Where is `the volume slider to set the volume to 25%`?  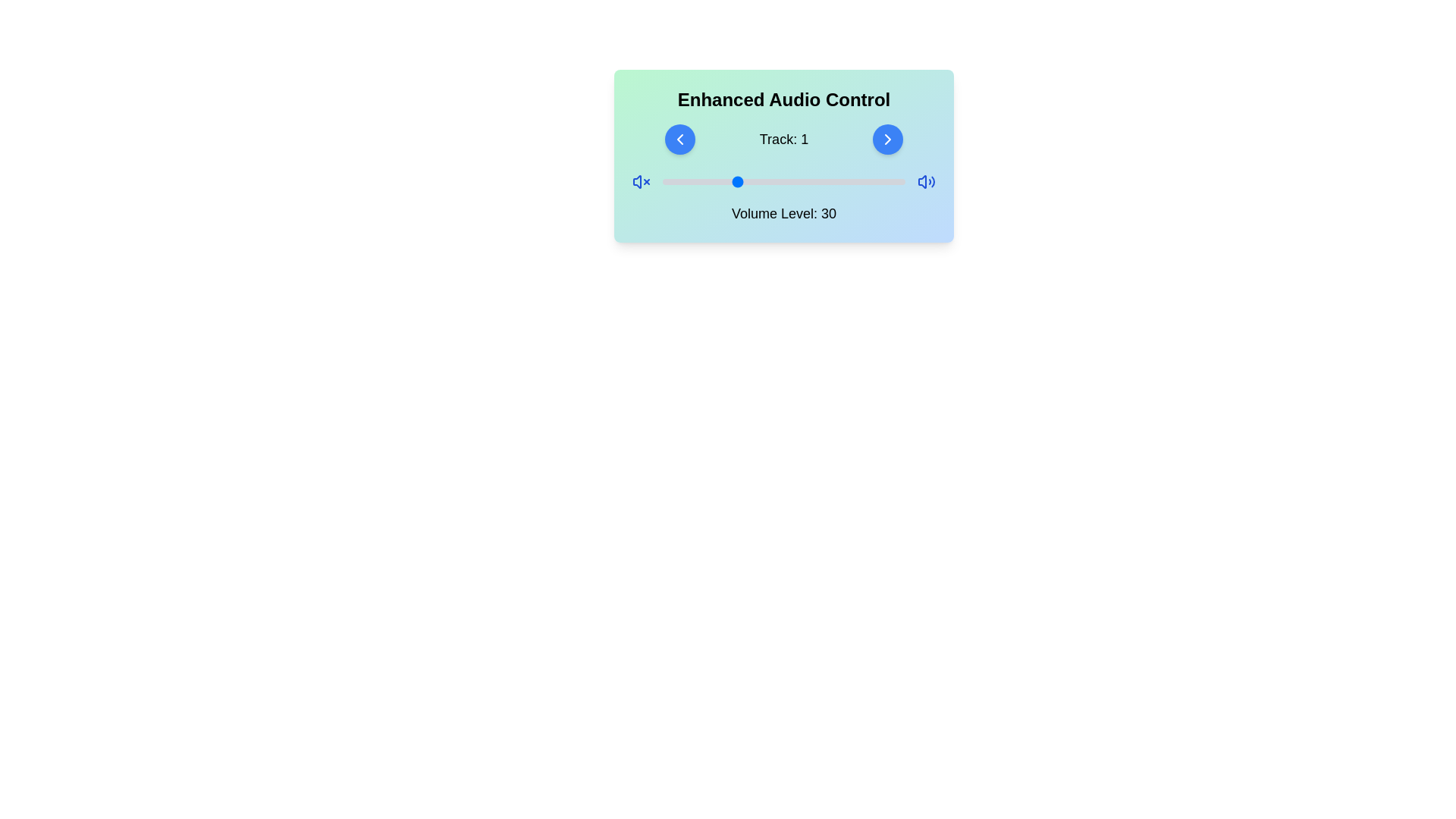 the volume slider to set the volume to 25% is located at coordinates (723, 180).